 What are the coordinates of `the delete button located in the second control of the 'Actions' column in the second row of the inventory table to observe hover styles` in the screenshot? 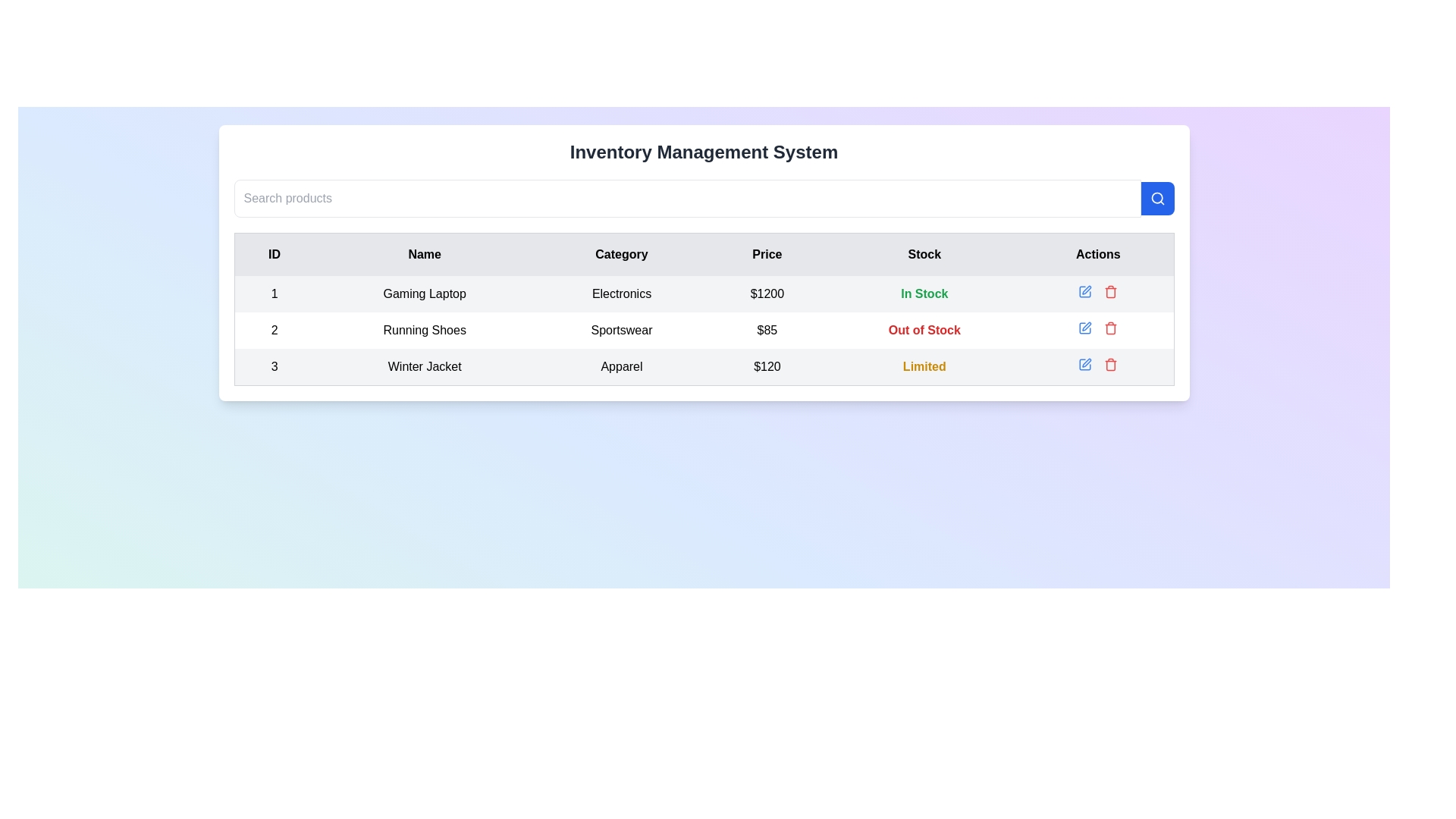 It's located at (1111, 327).